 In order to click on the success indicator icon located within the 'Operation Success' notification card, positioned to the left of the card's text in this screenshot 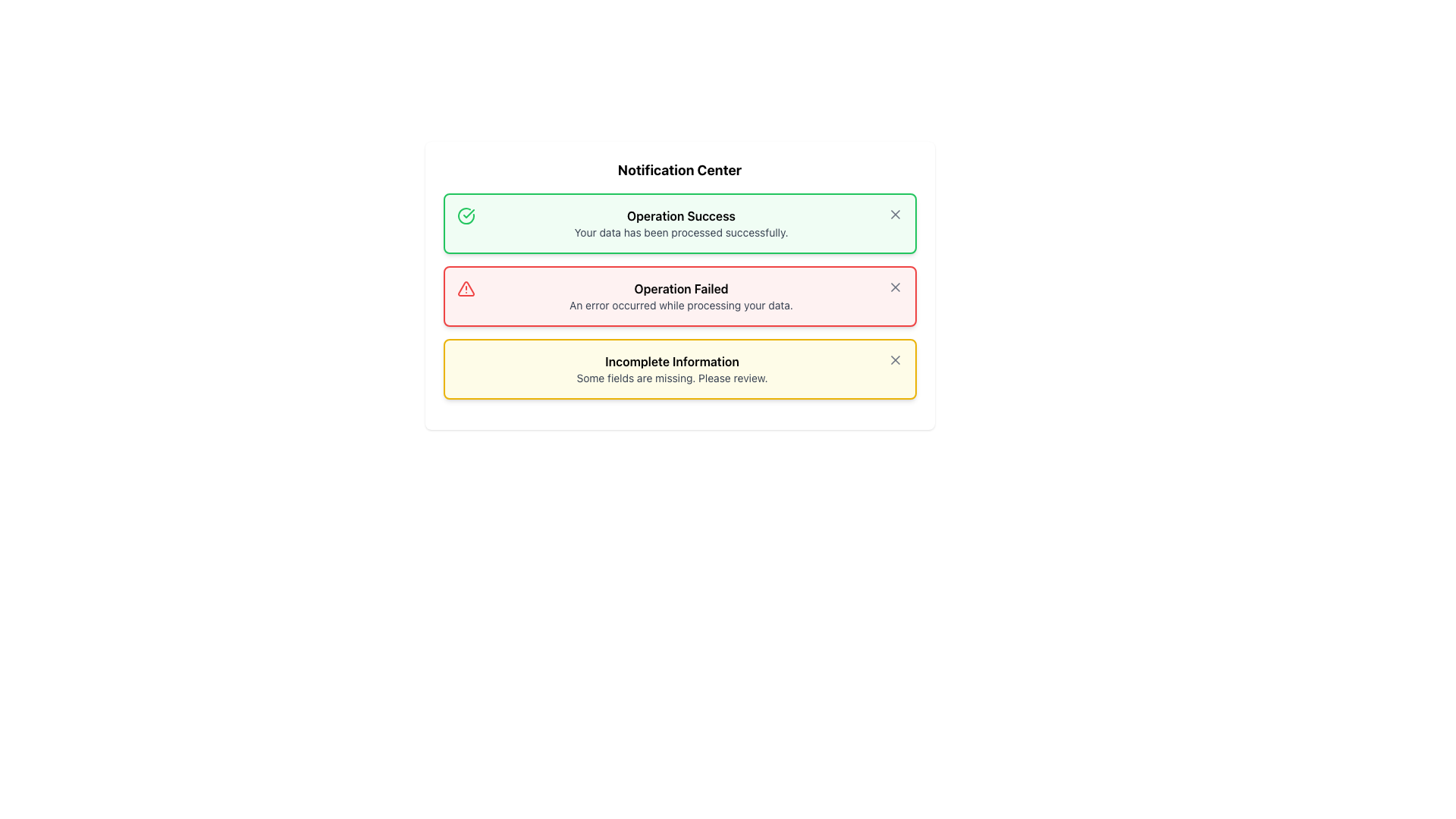, I will do `click(465, 216)`.